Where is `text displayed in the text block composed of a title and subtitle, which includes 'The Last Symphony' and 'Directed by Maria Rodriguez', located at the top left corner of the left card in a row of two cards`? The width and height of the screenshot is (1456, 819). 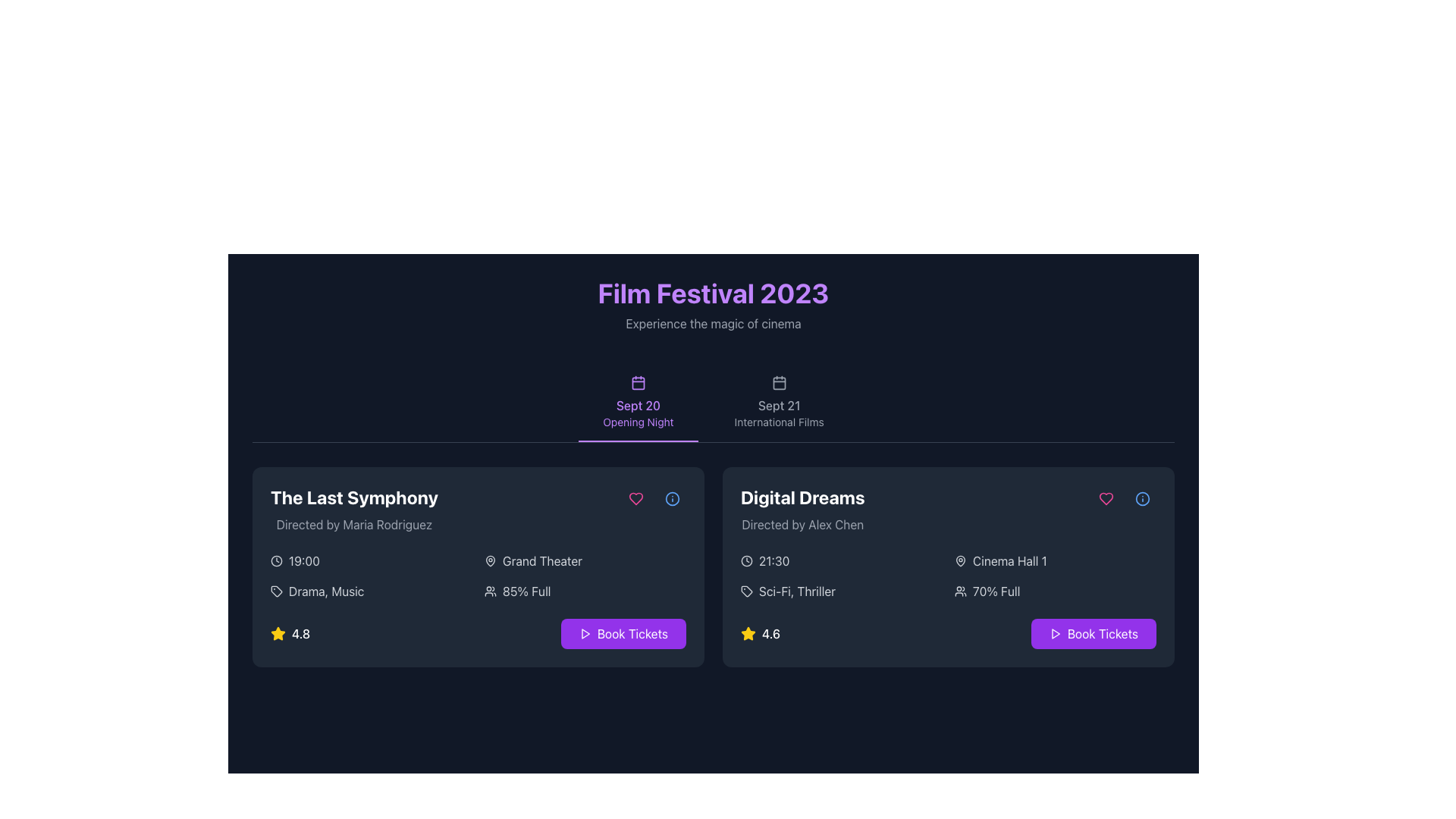
text displayed in the text block composed of a title and subtitle, which includes 'The Last Symphony' and 'Directed by Maria Rodriguez', located at the top left corner of the left card in a row of two cards is located at coordinates (353, 509).